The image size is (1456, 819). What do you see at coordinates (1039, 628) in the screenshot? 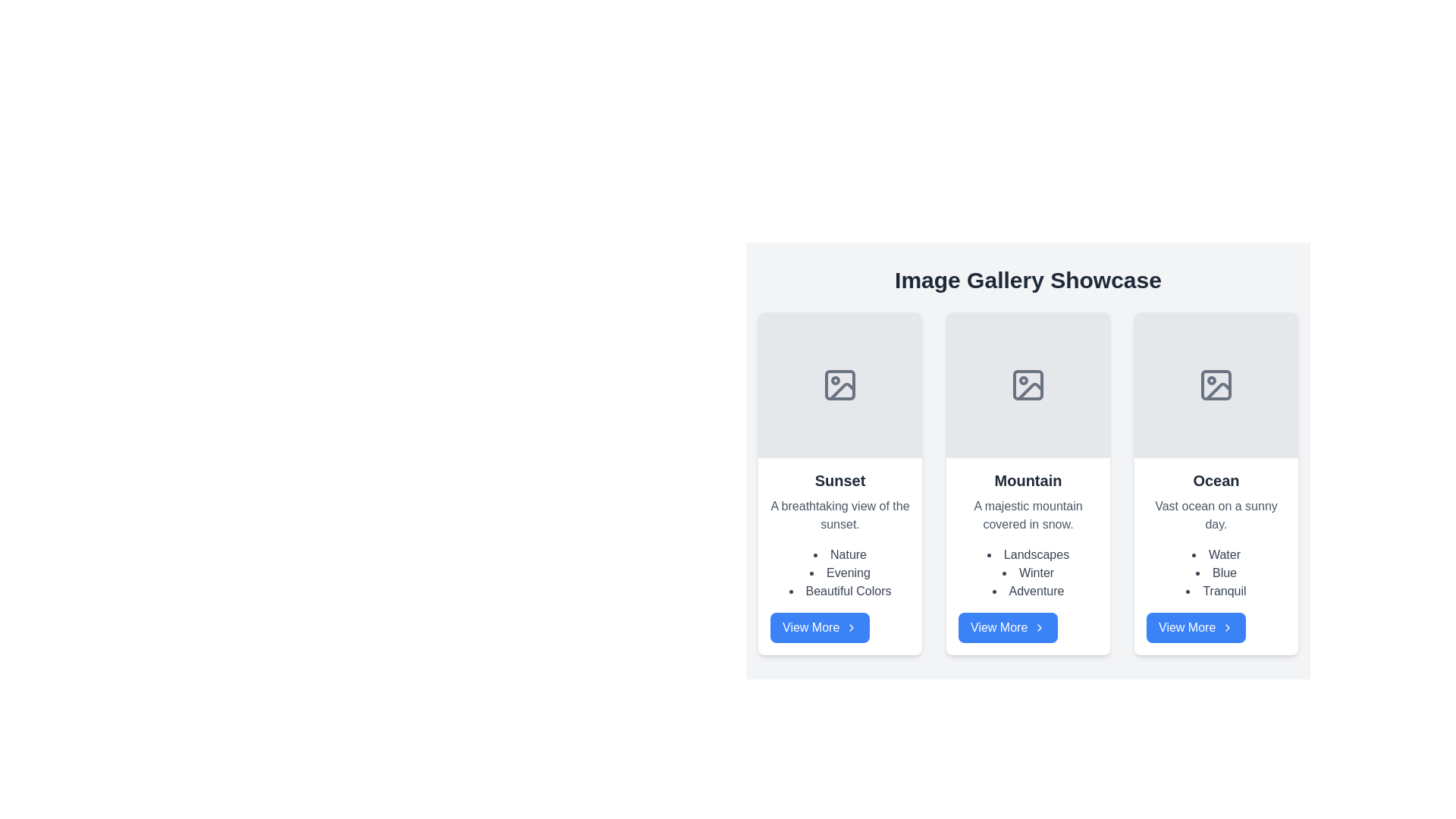
I see `the 'View More' button which is visually indicated by the directional icon, located within the card titled 'Mountain' in the central column of a three-column grid layout` at bounding box center [1039, 628].